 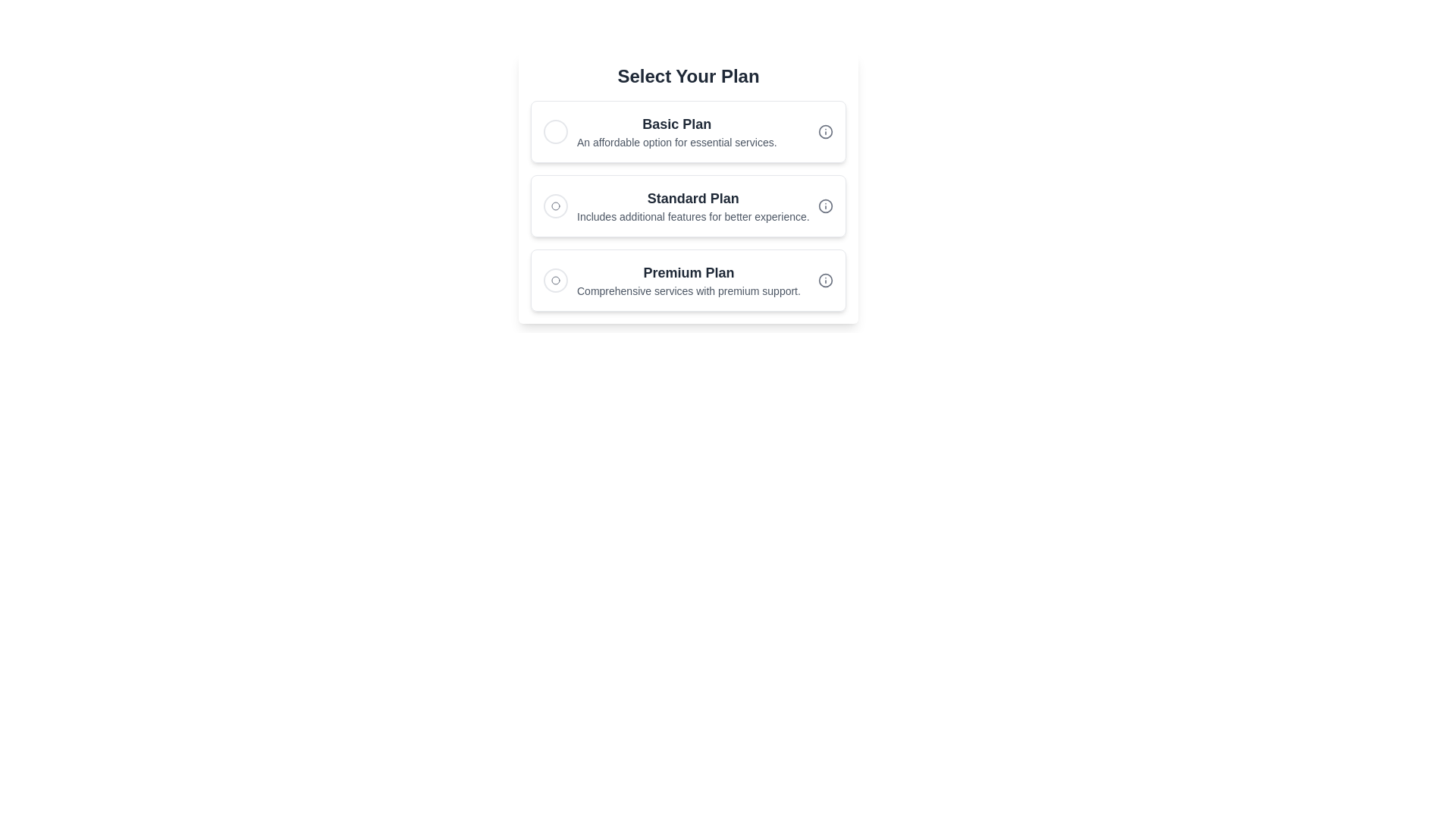 What do you see at coordinates (555, 281) in the screenshot?
I see `the radio button` at bounding box center [555, 281].